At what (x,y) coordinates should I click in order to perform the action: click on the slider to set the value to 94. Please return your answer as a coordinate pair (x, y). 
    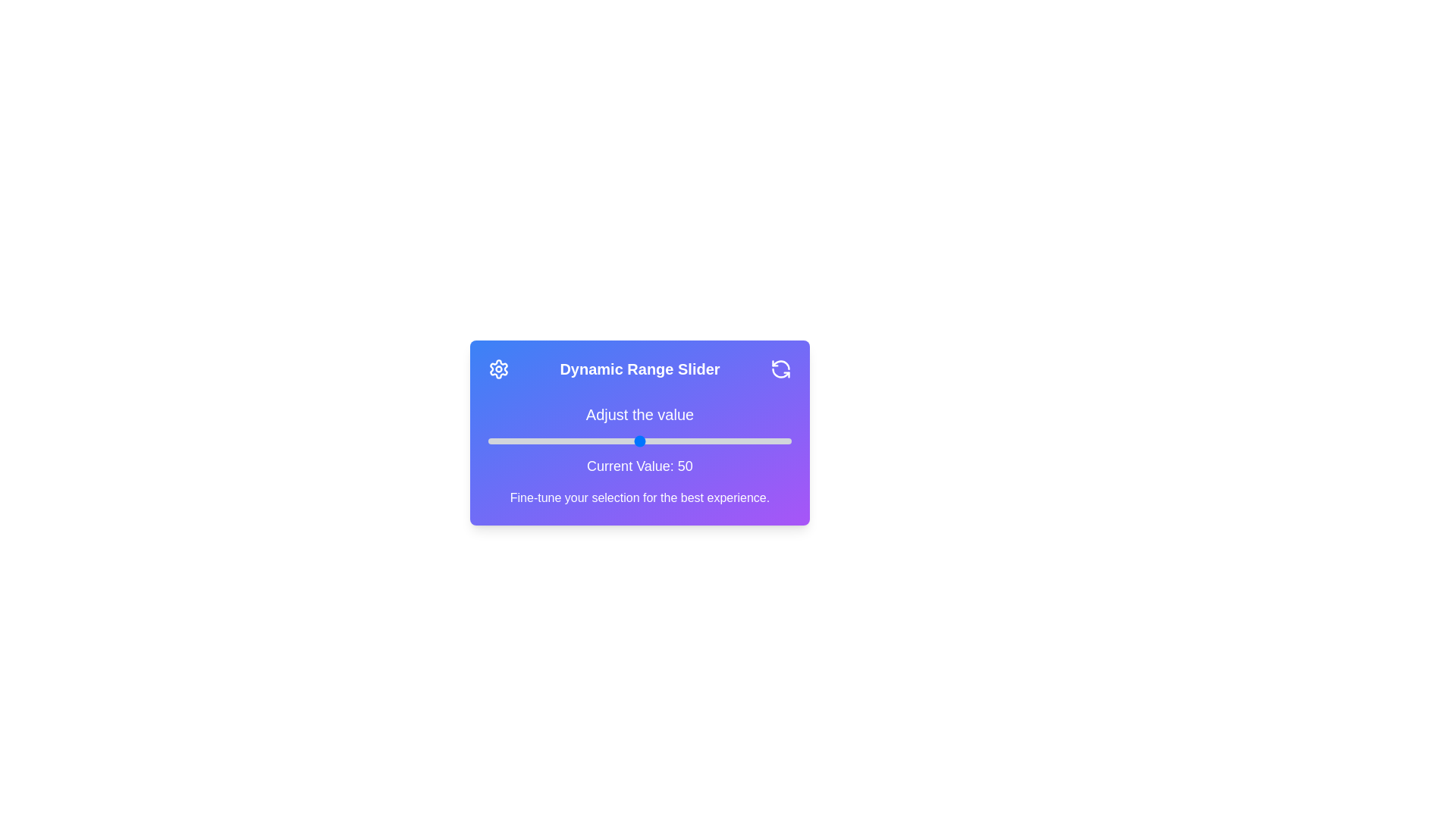
    Looking at the image, I should click on (773, 441).